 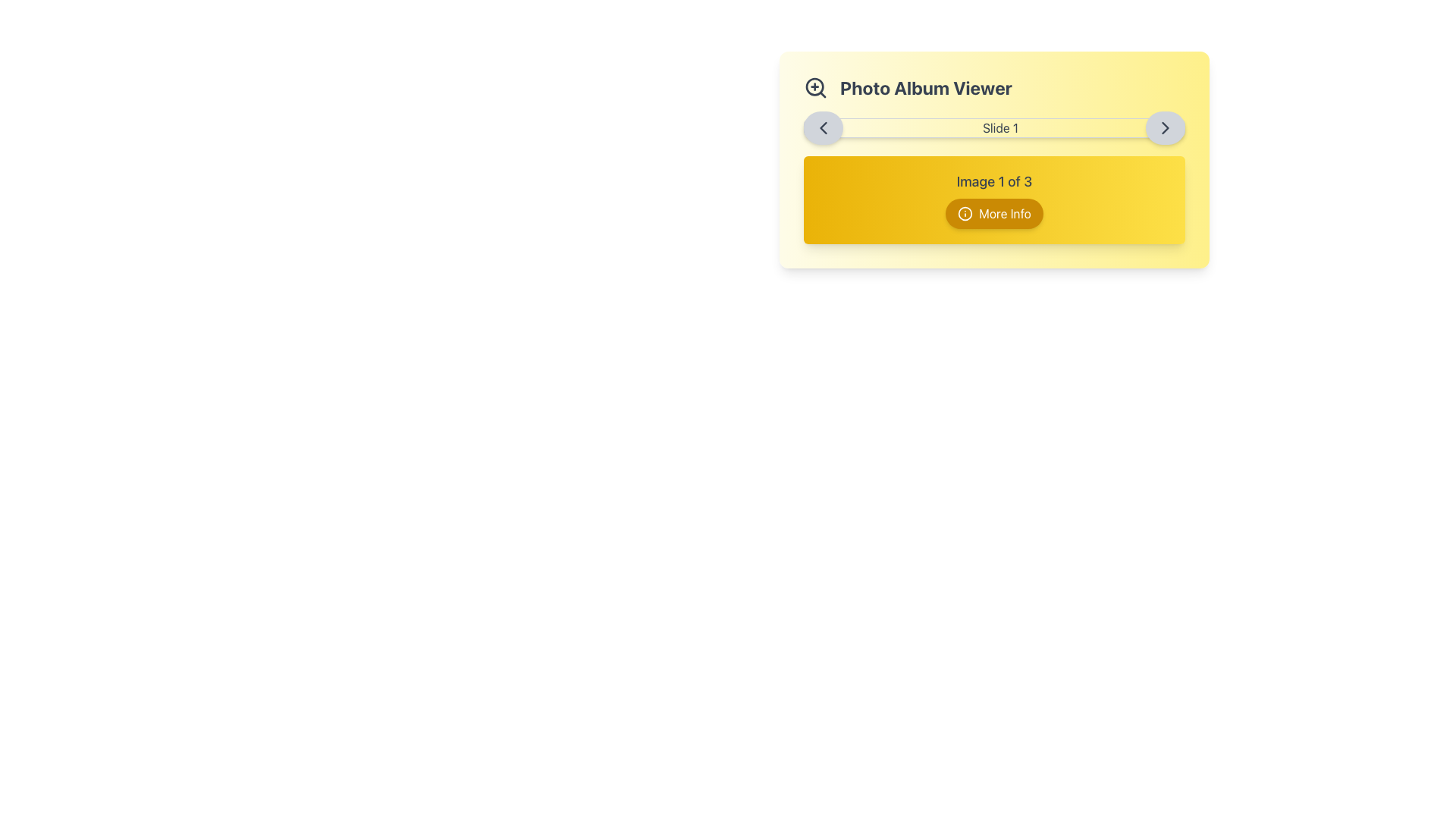 What do you see at coordinates (994, 213) in the screenshot?
I see `the interactive button located in the panel with a gradient yellow background, positioned below the text 'Image 1 of 3'` at bounding box center [994, 213].